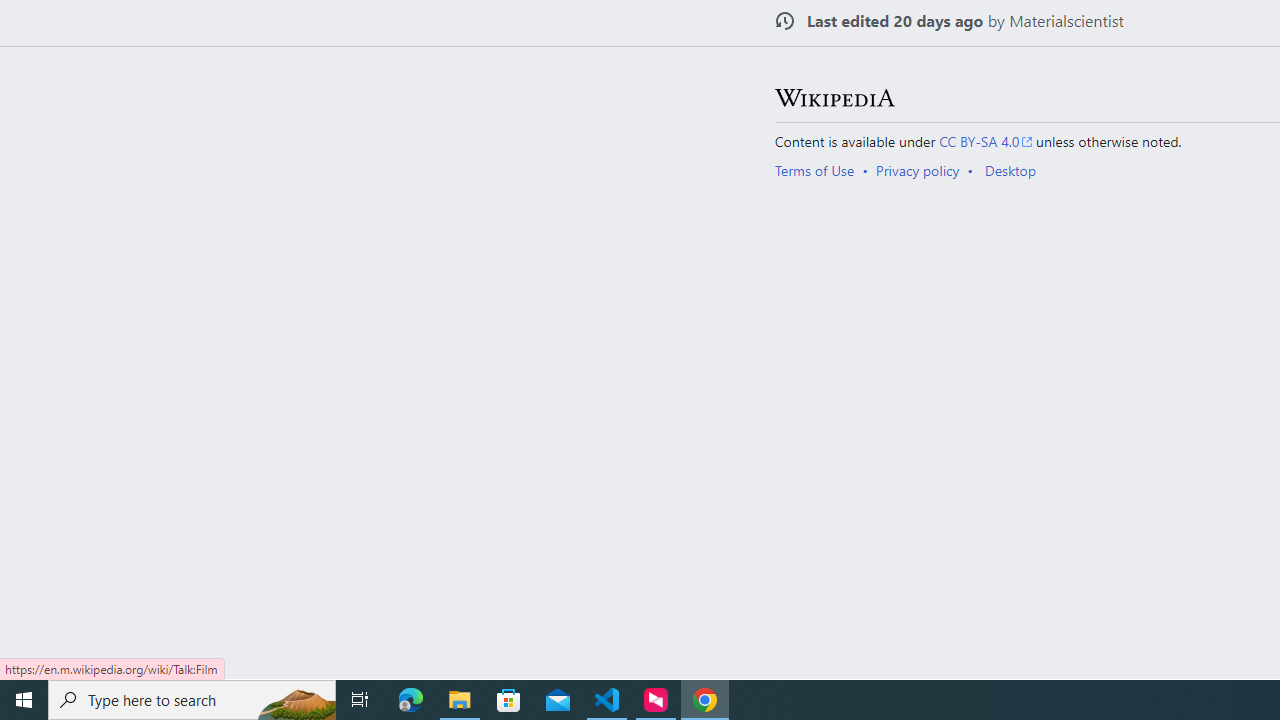 This screenshot has height=720, width=1280. What do you see at coordinates (1014, 169) in the screenshot?
I see `'AutomationID: footer-places-desktop-toggle'` at bounding box center [1014, 169].